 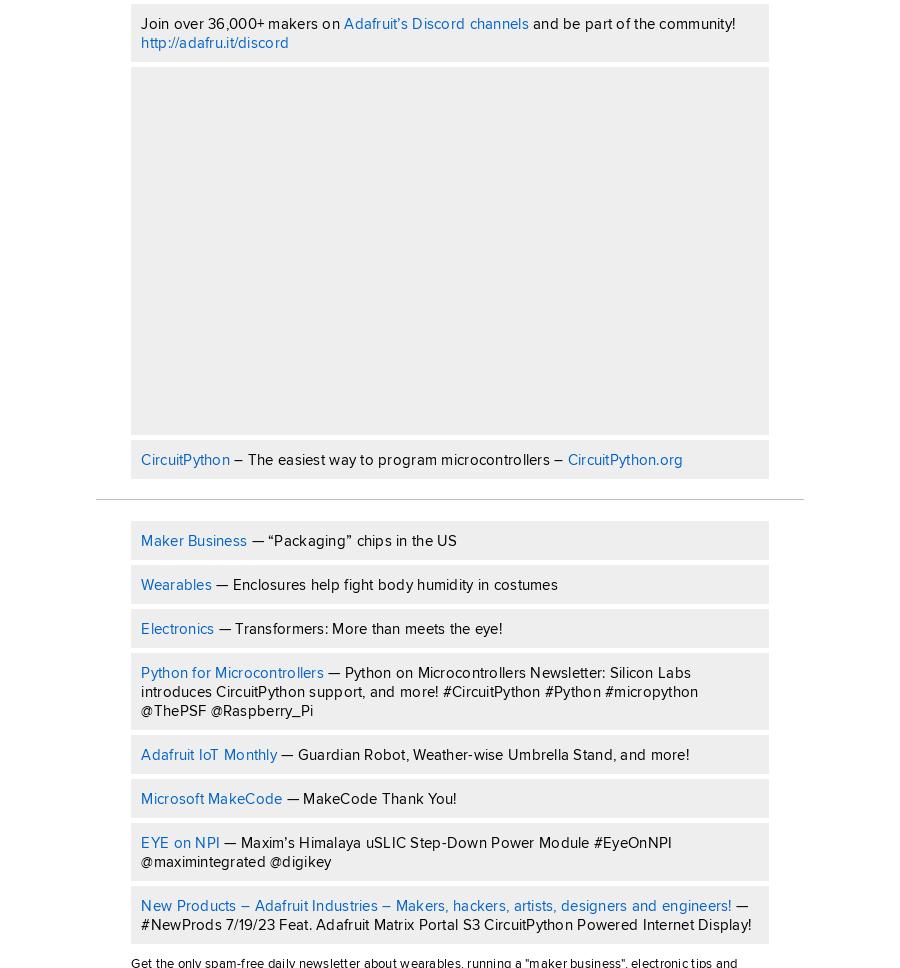 I want to click on 'CircuitPython', so click(x=141, y=457).